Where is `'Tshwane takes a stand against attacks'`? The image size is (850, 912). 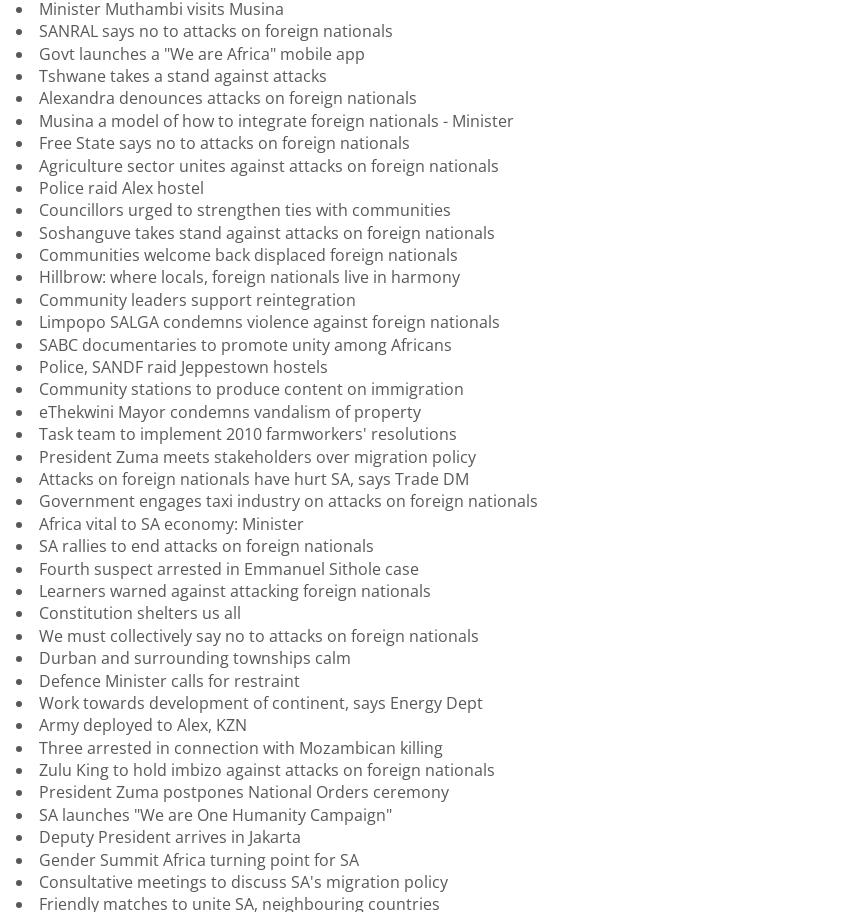
'Tshwane takes a stand against attacks' is located at coordinates (182, 73).